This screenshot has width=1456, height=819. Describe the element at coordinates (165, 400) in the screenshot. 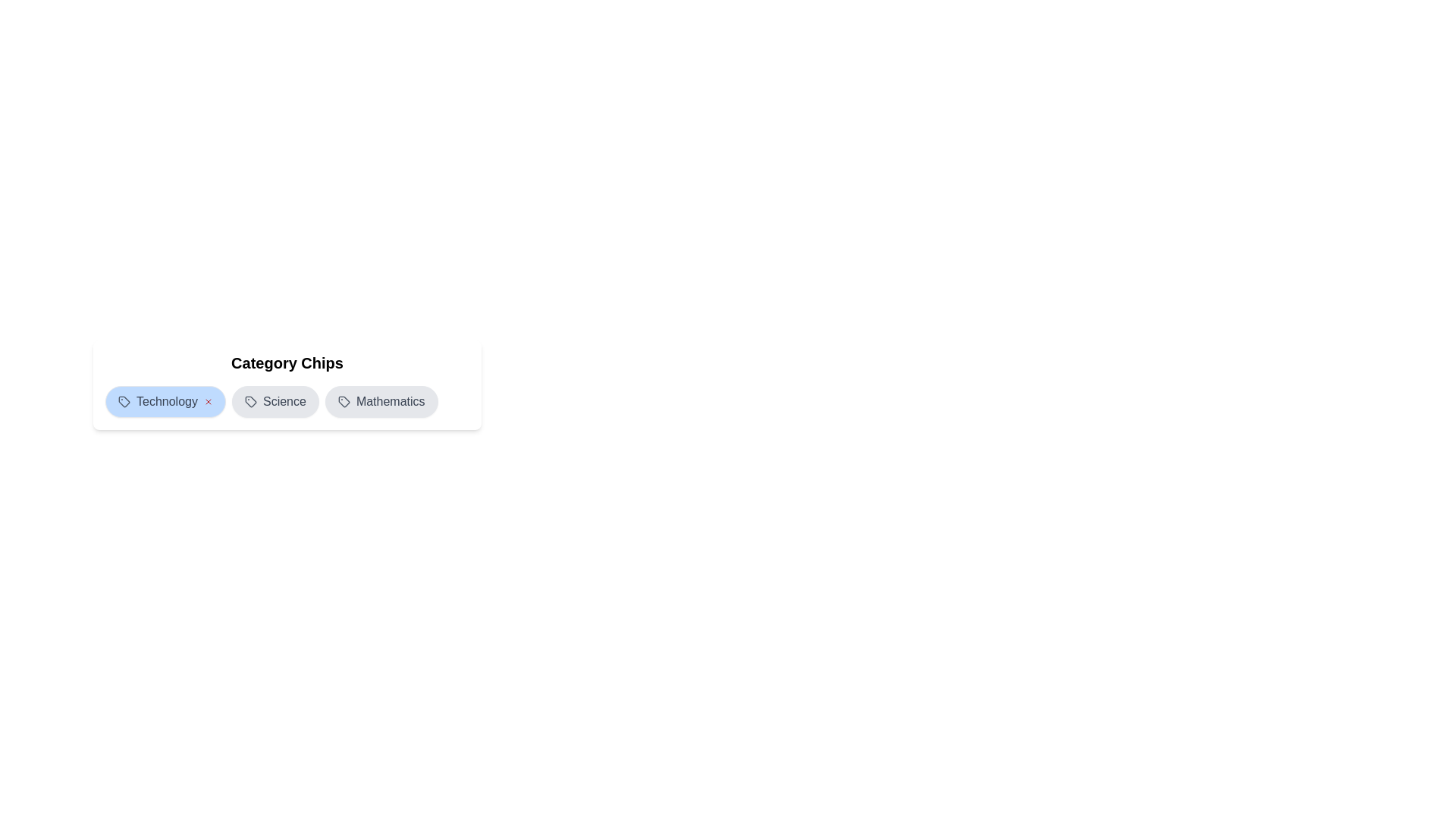

I see `the chip labeled Technology to toggle its selection state` at that location.